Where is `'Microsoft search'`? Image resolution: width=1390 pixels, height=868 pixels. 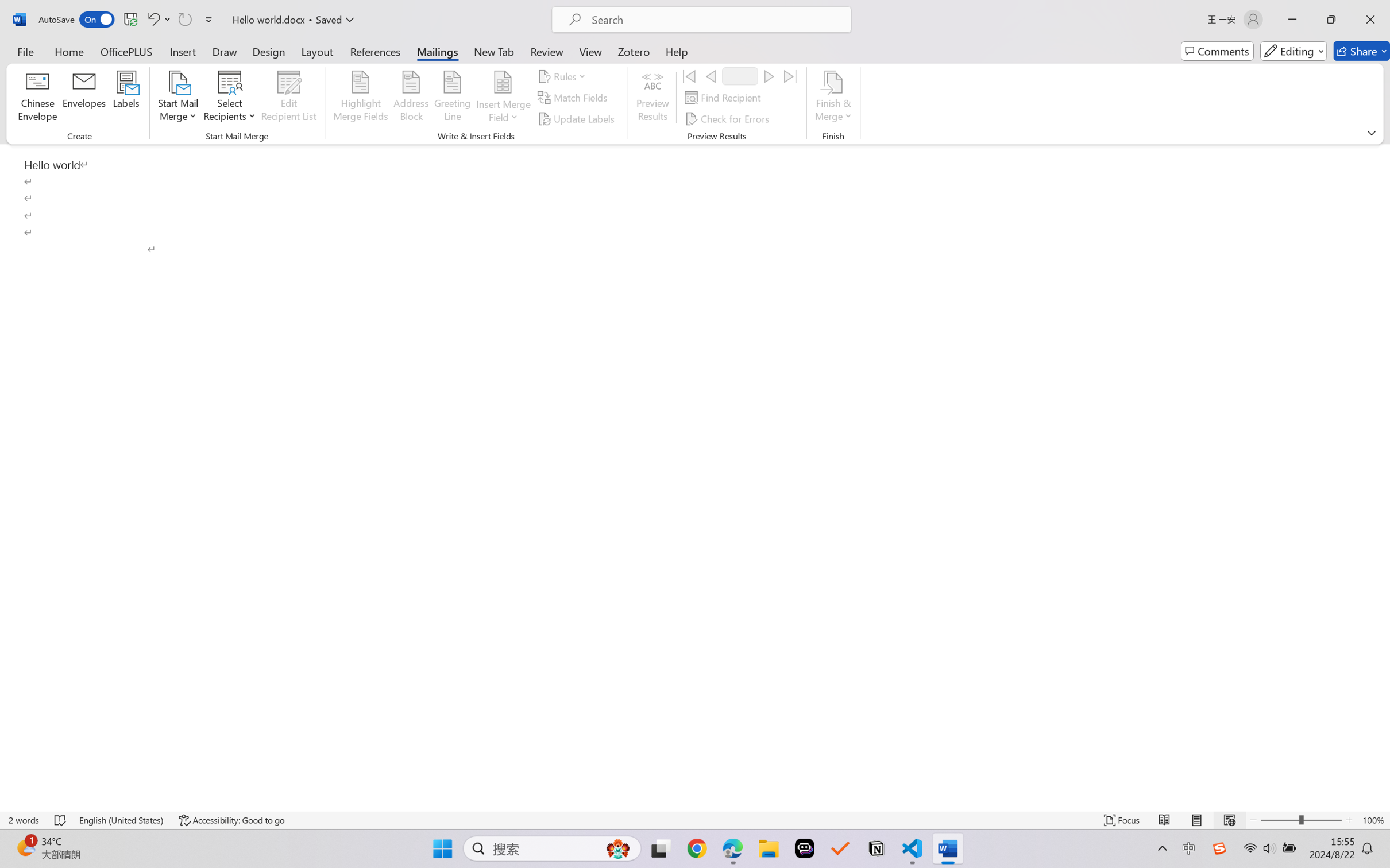
'Microsoft search' is located at coordinates (716, 19).